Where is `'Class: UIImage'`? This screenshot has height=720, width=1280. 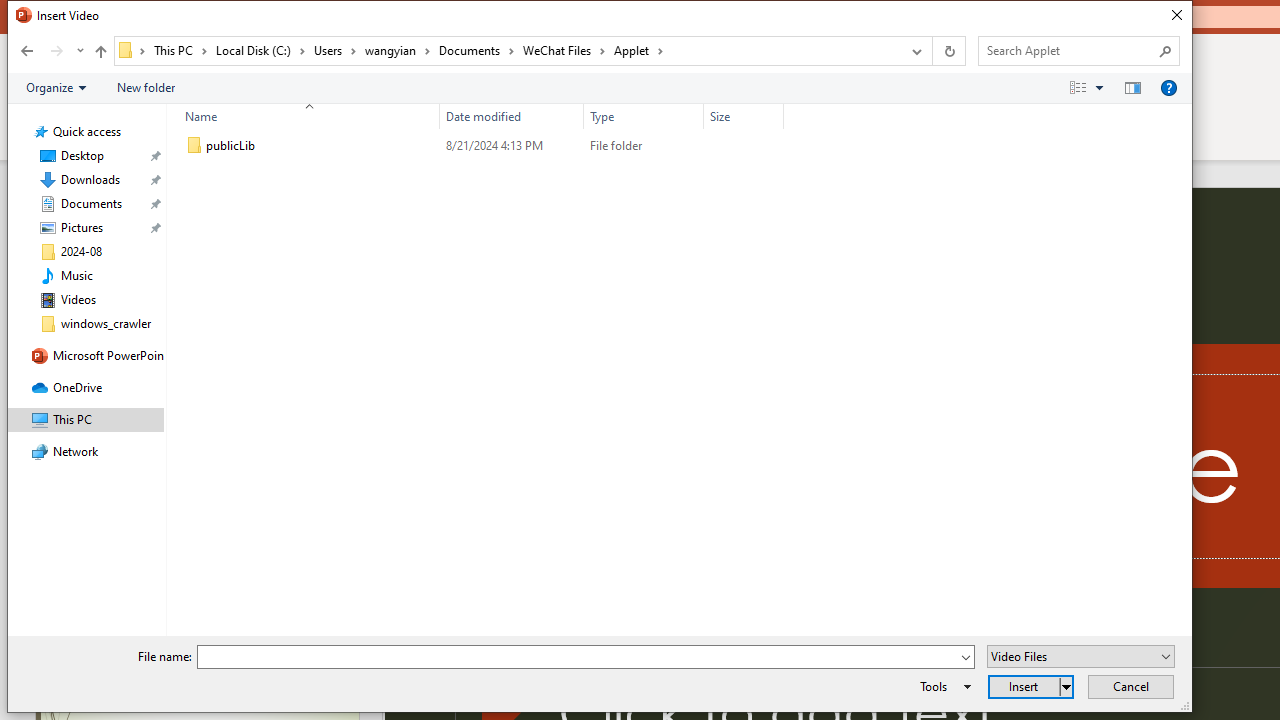 'Class: UIImage' is located at coordinates (194, 145).